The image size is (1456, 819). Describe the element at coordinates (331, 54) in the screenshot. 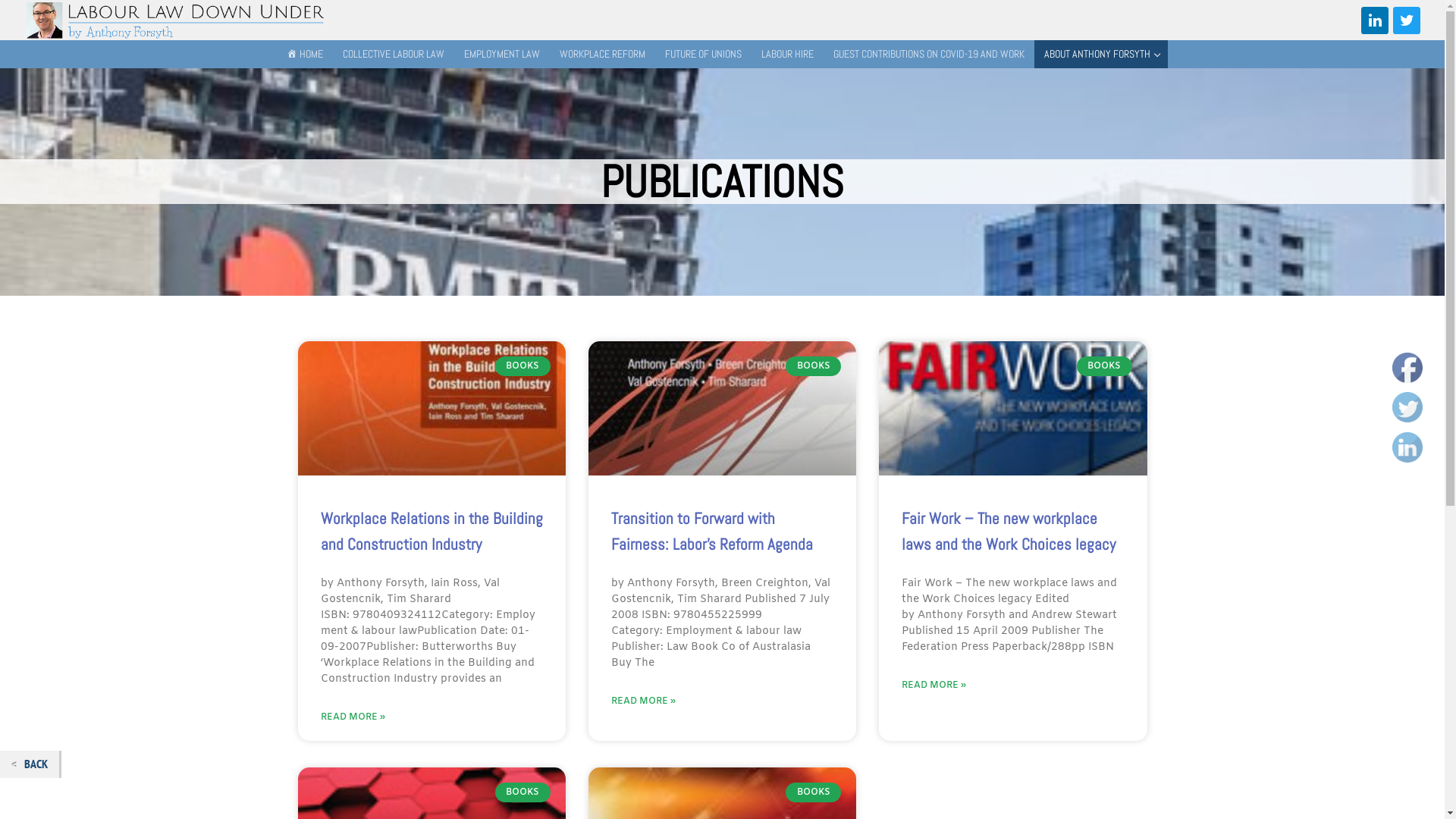

I see `'COLLECTIVE LABOUR LAW'` at that location.